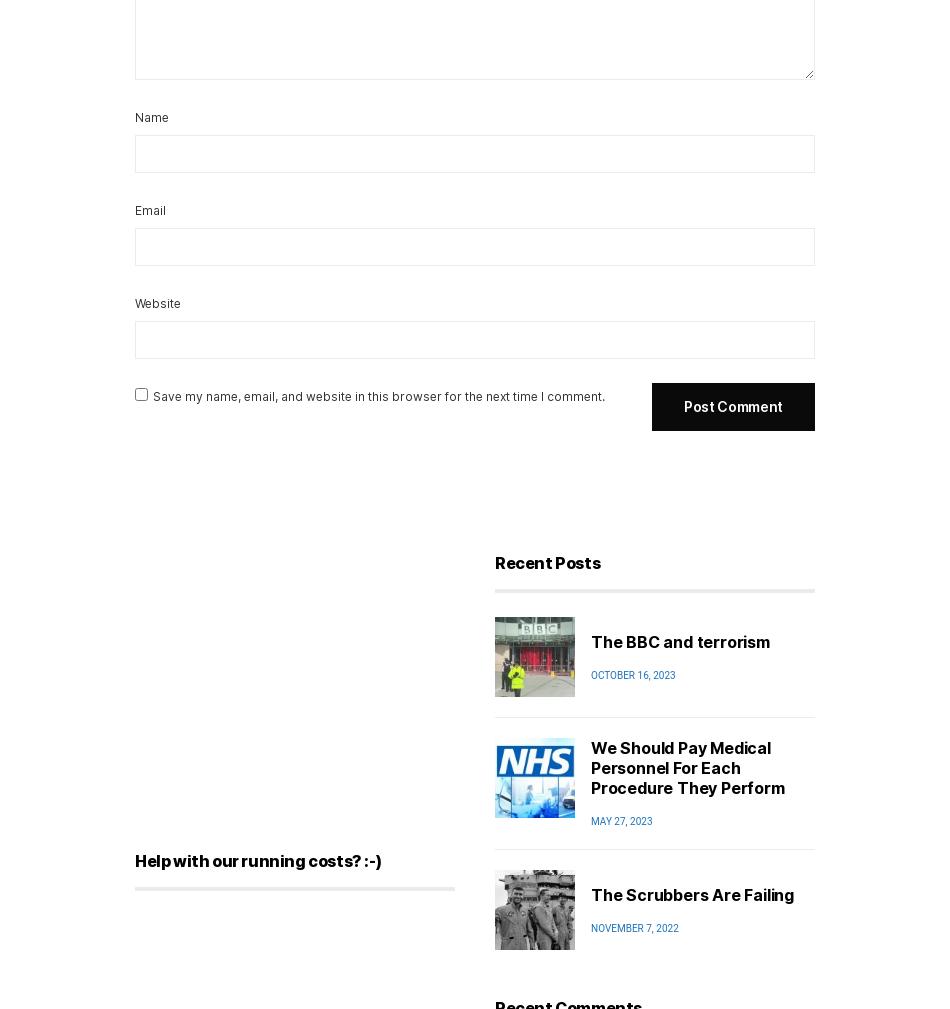 The image size is (950, 1009). I want to click on 'May 27, 2023', so click(621, 821).